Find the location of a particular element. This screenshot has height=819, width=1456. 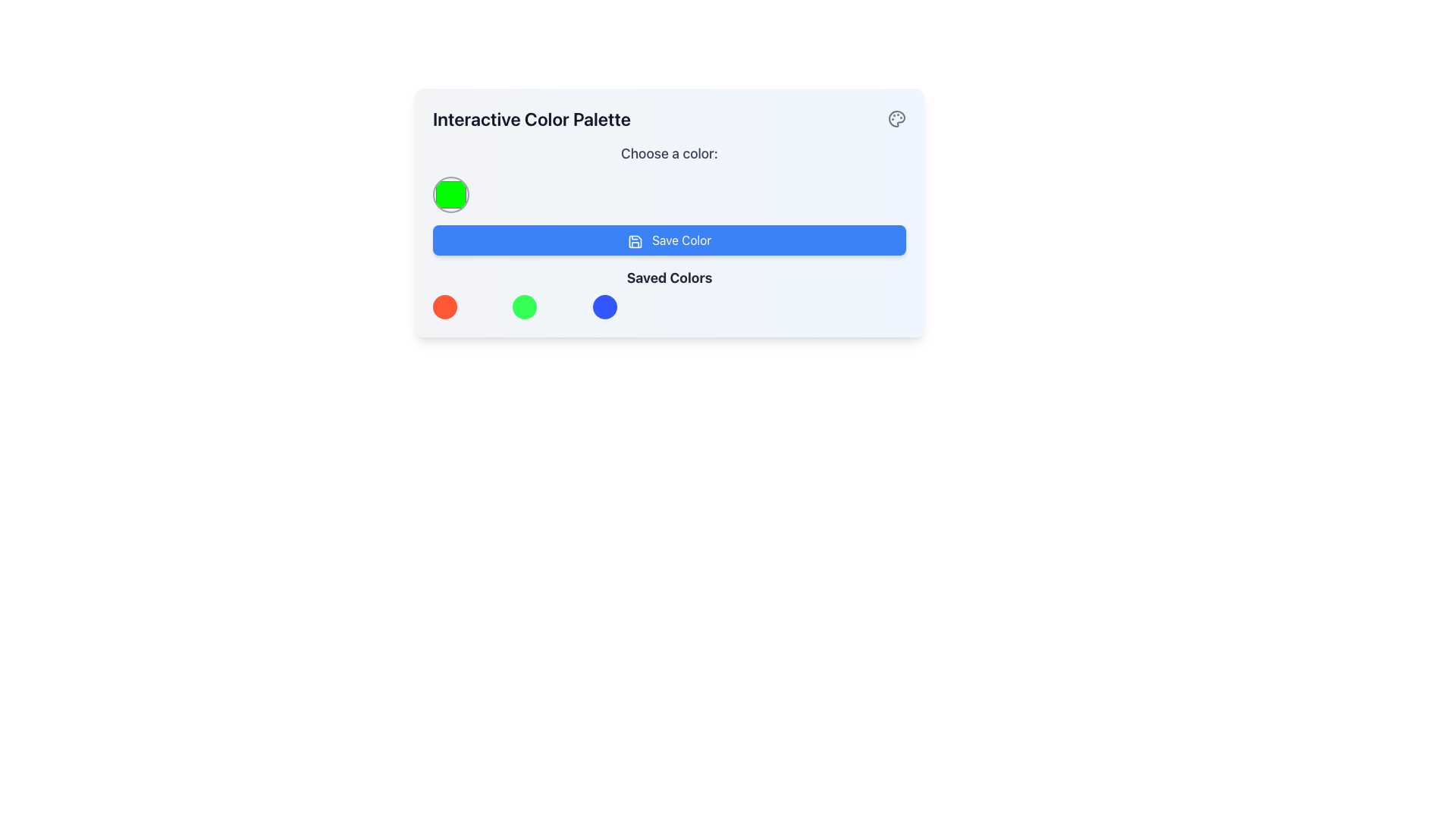

the 'Save Color' button, which has a blue background and white text, located below the 'Choose a color:' text and above the 'Saved Colors' title is located at coordinates (669, 231).